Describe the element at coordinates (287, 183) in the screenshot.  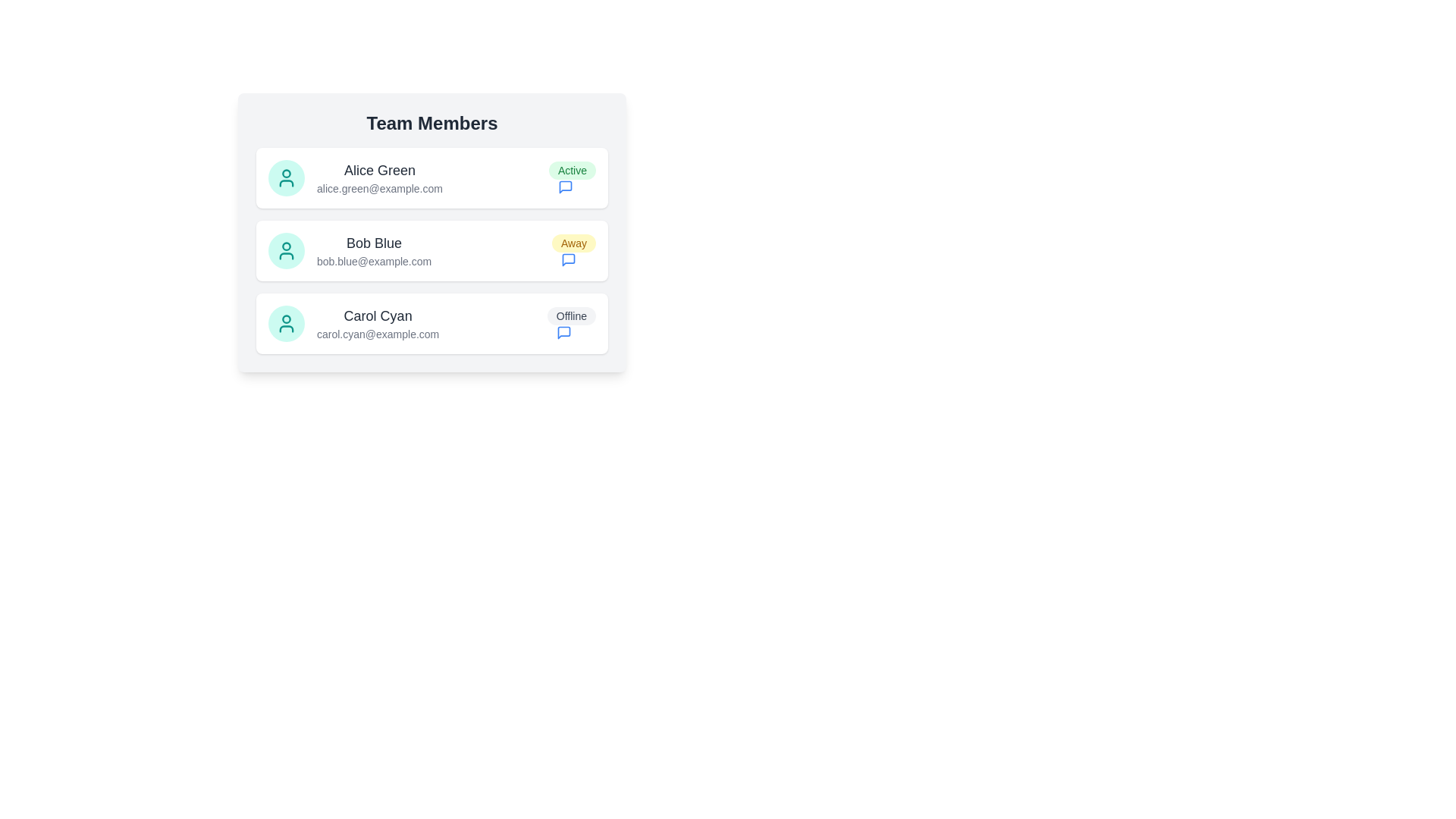
I see `the curved line icon representing a figure, which is part of the user avatar for 'Alice Green'` at that location.